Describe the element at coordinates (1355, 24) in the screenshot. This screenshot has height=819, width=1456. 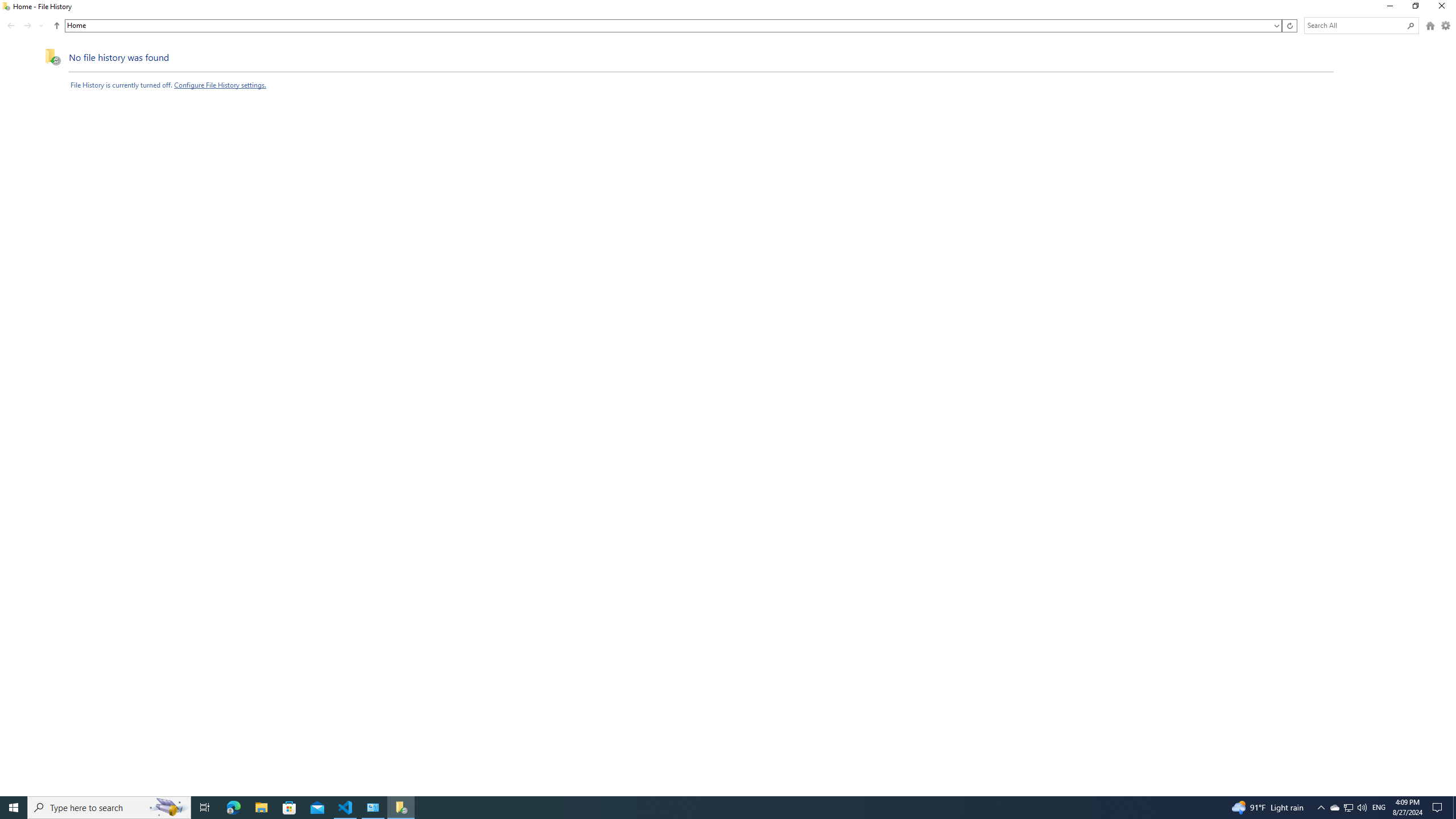
I see `'Search Box'` at that location.